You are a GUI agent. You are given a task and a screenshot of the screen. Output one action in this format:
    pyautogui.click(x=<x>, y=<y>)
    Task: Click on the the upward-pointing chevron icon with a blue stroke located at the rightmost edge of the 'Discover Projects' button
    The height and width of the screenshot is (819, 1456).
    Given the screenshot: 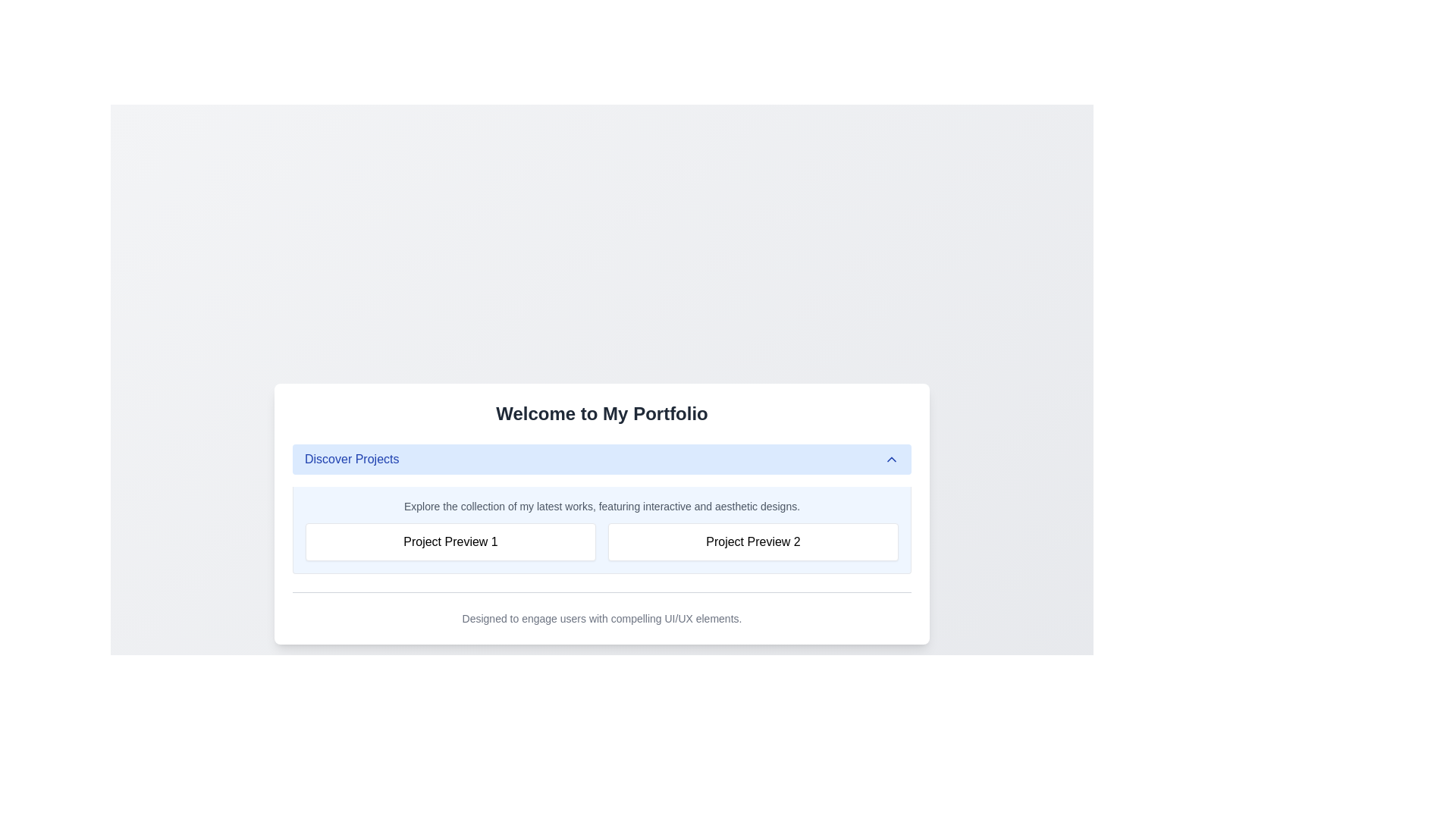 What is the action you would take?
    pyautogui.click(x=892, y=458)
    